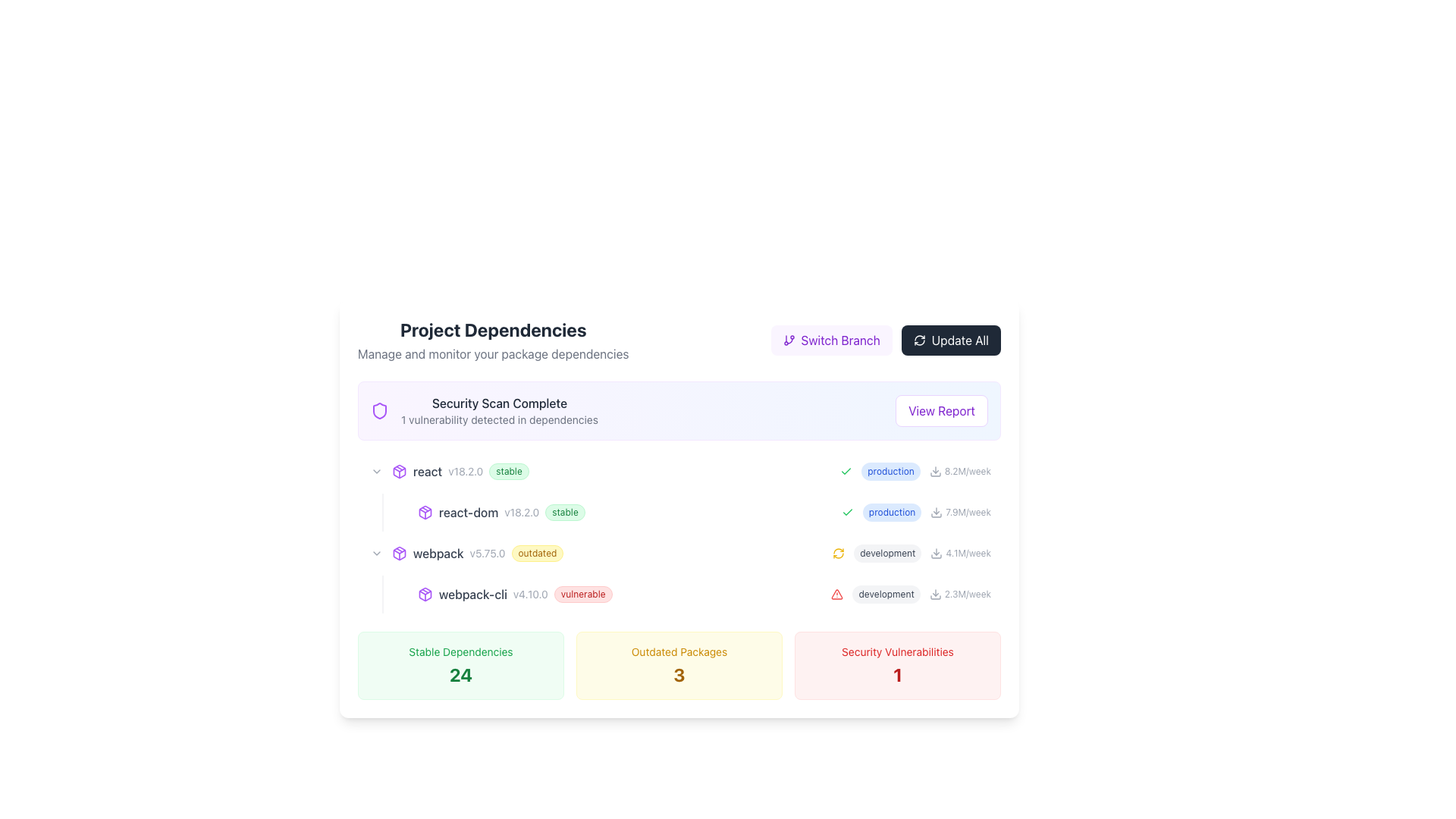 Image resolution: width=1456 pixels, height=819 pixels. Describe the element at coordinates (918, 339) in the screenshot. I see `the update action icon located to the left of the 'Update All' text label in the button at the upper right corner of the interface` at that location.